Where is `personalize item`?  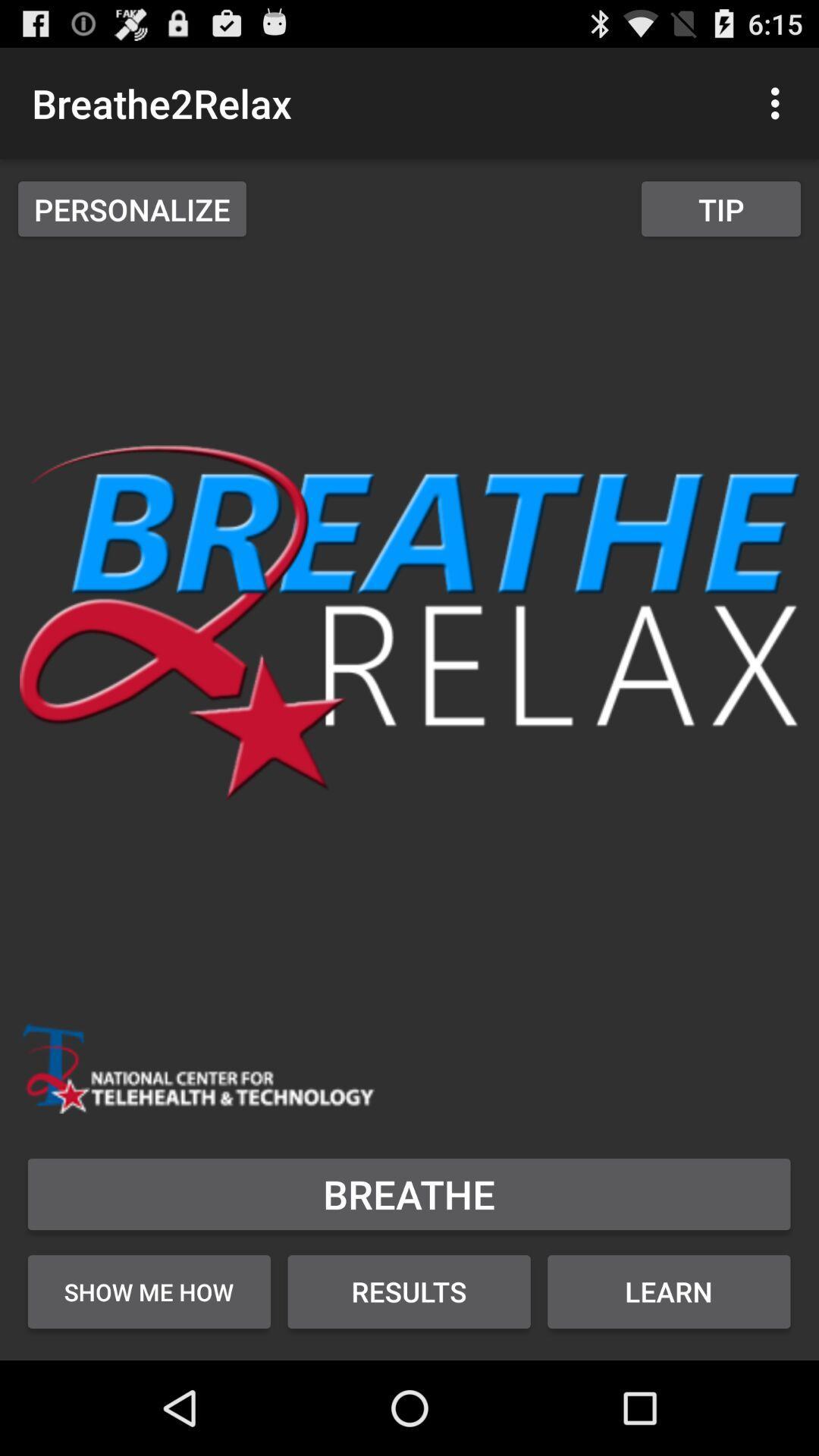
personalize item is located at coordinates (131, 208).